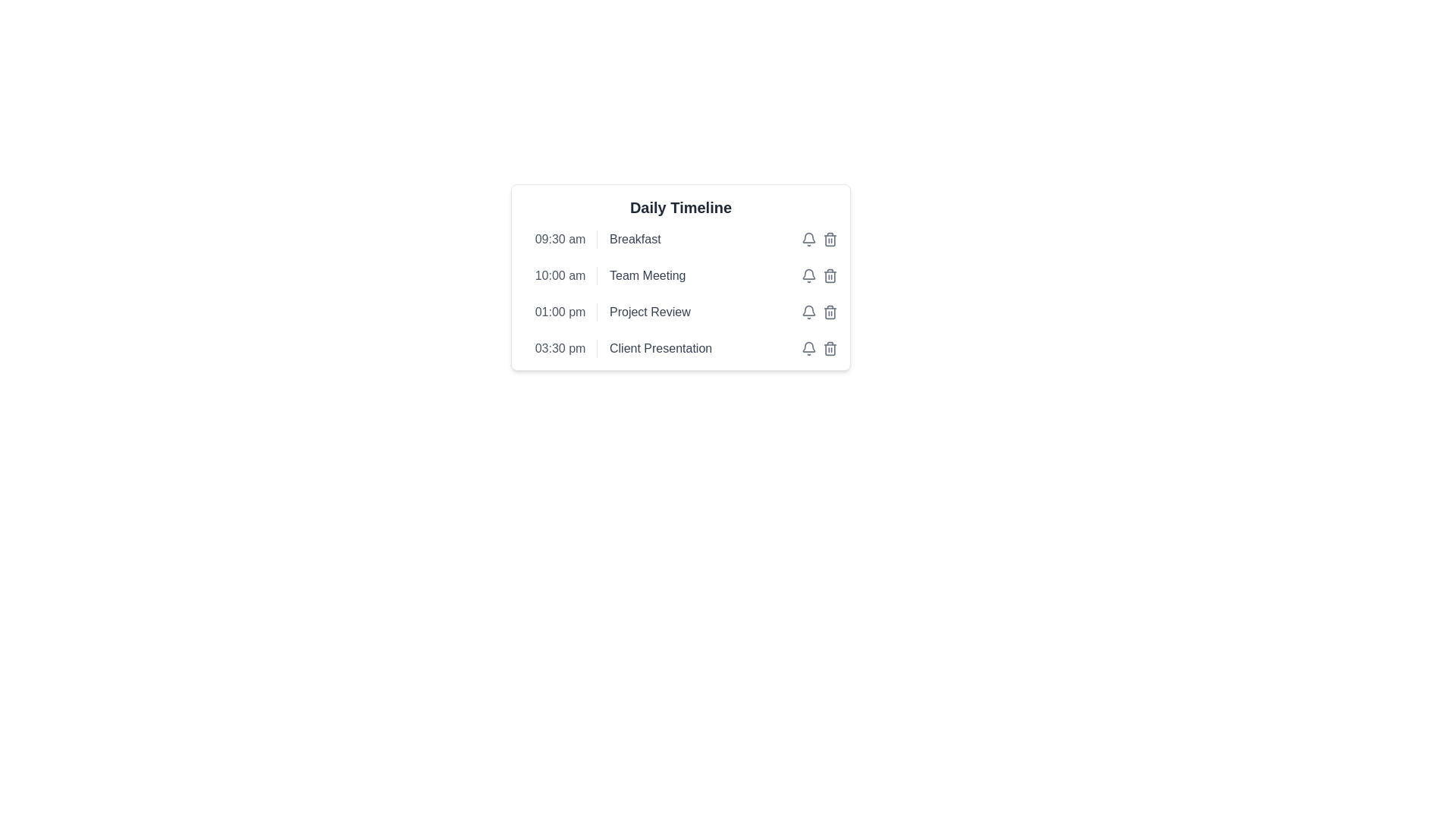  What do you see at coordinates (560, 312) in the screenshot?
I see `the Text element displaying '01:00 pm', which is positioned in the third row of the timeline interface and aligned with other time entries` at bounding box center [560, 312].